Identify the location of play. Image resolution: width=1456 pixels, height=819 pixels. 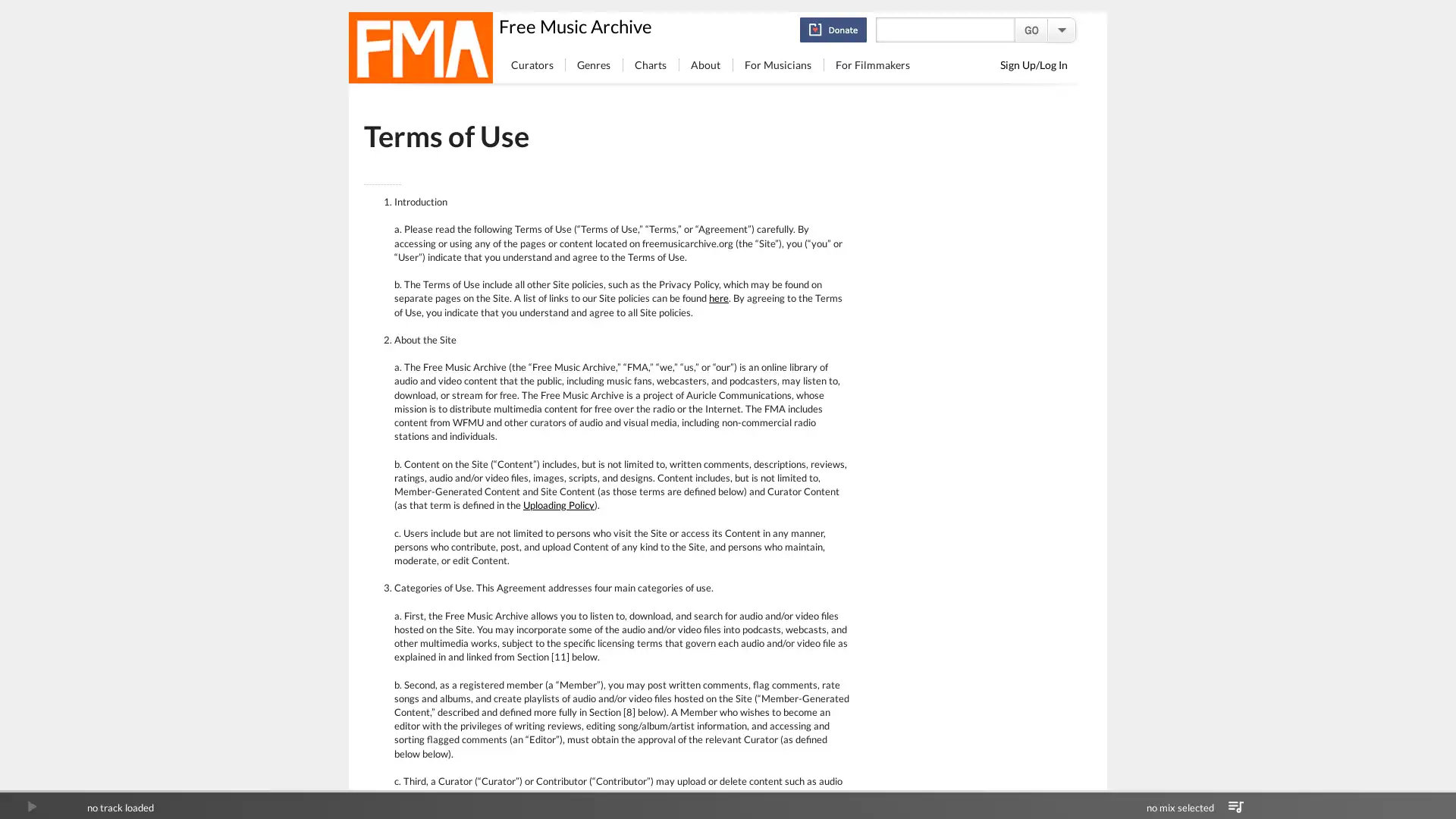
(31, 806).